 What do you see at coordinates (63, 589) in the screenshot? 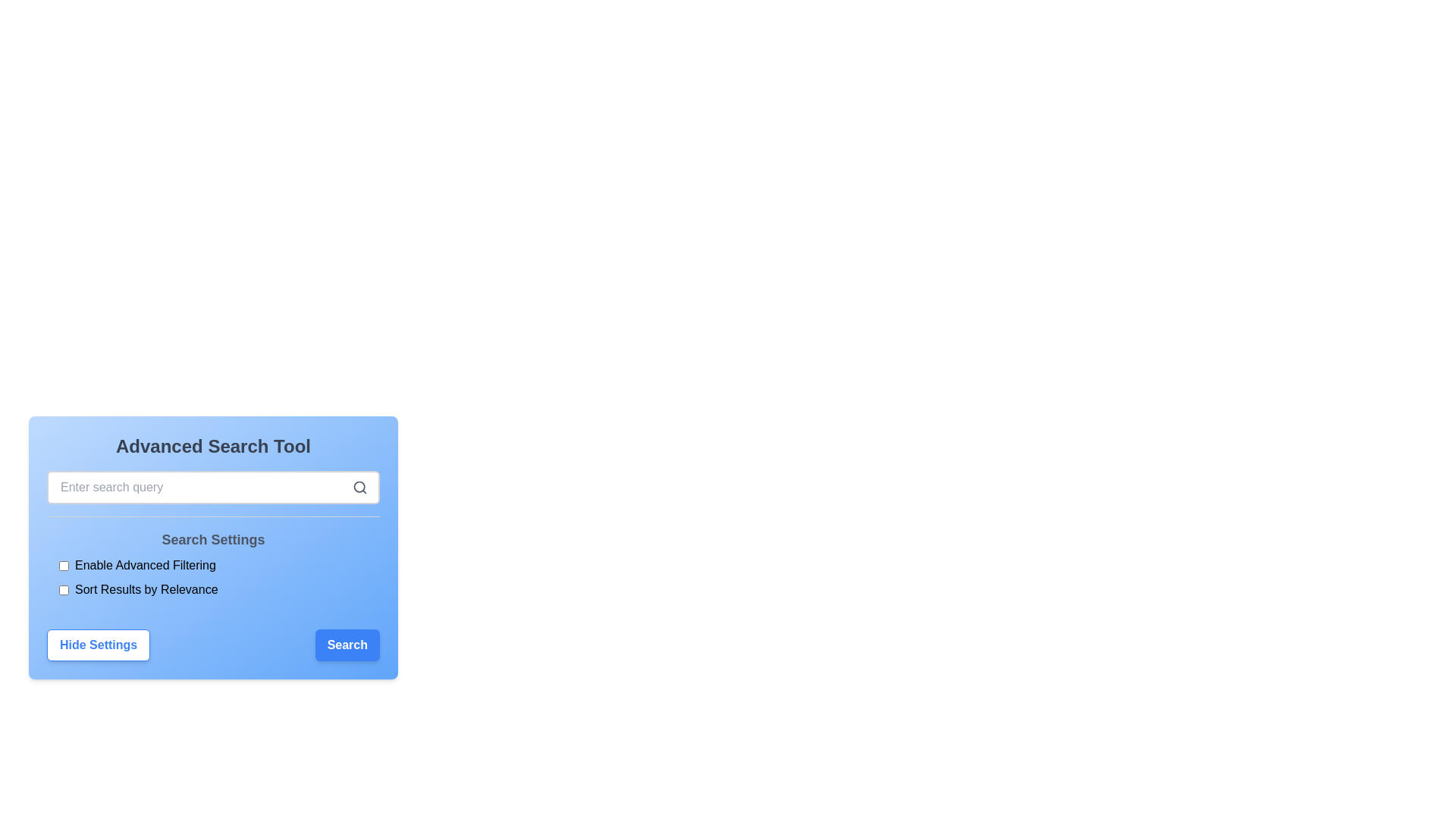
I see `keyboard navigation` at bounding box center [63, 589].